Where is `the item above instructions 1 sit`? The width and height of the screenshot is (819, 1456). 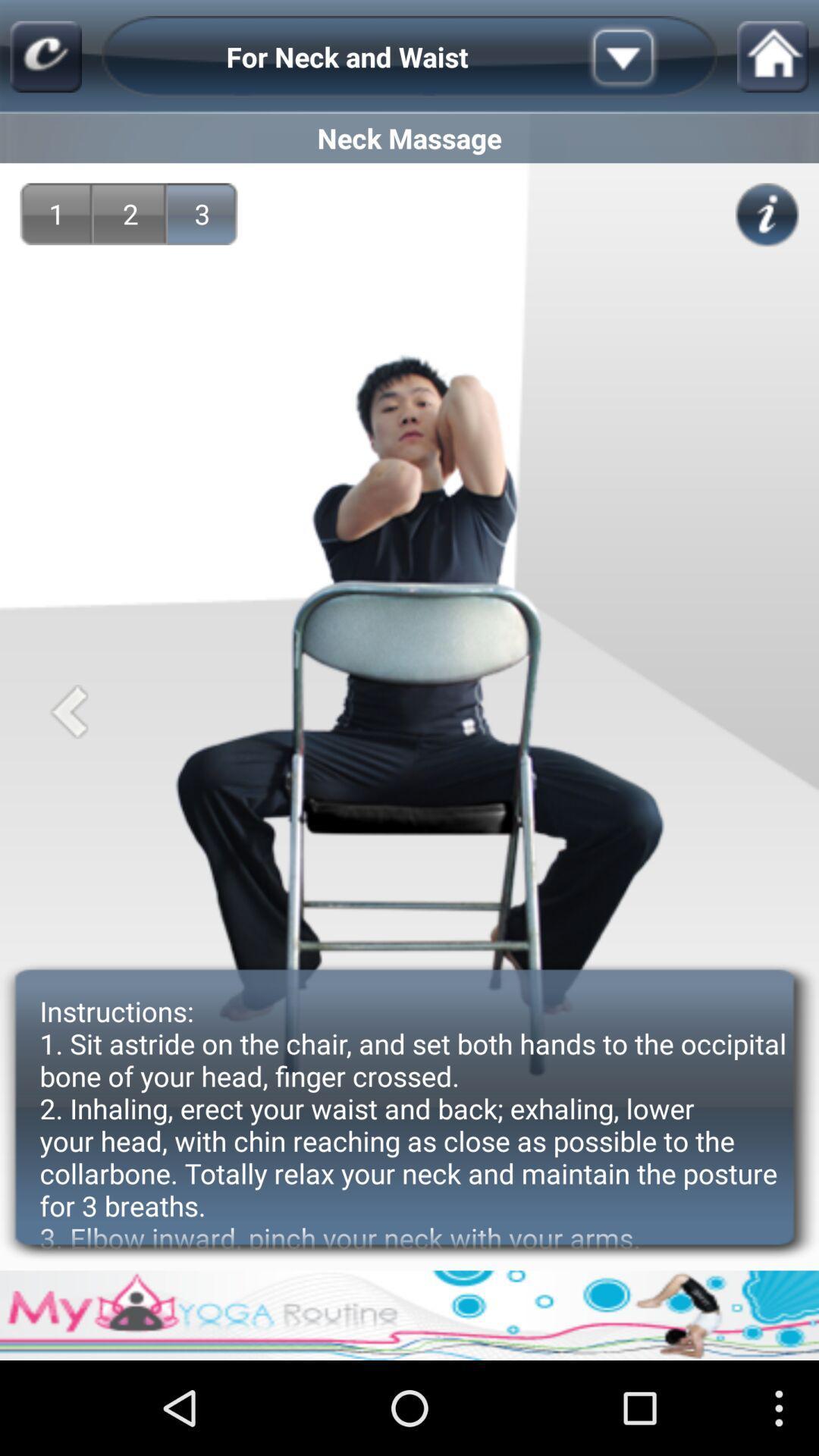
the item above instructions 1 sit is located at coordinates (202, 213).